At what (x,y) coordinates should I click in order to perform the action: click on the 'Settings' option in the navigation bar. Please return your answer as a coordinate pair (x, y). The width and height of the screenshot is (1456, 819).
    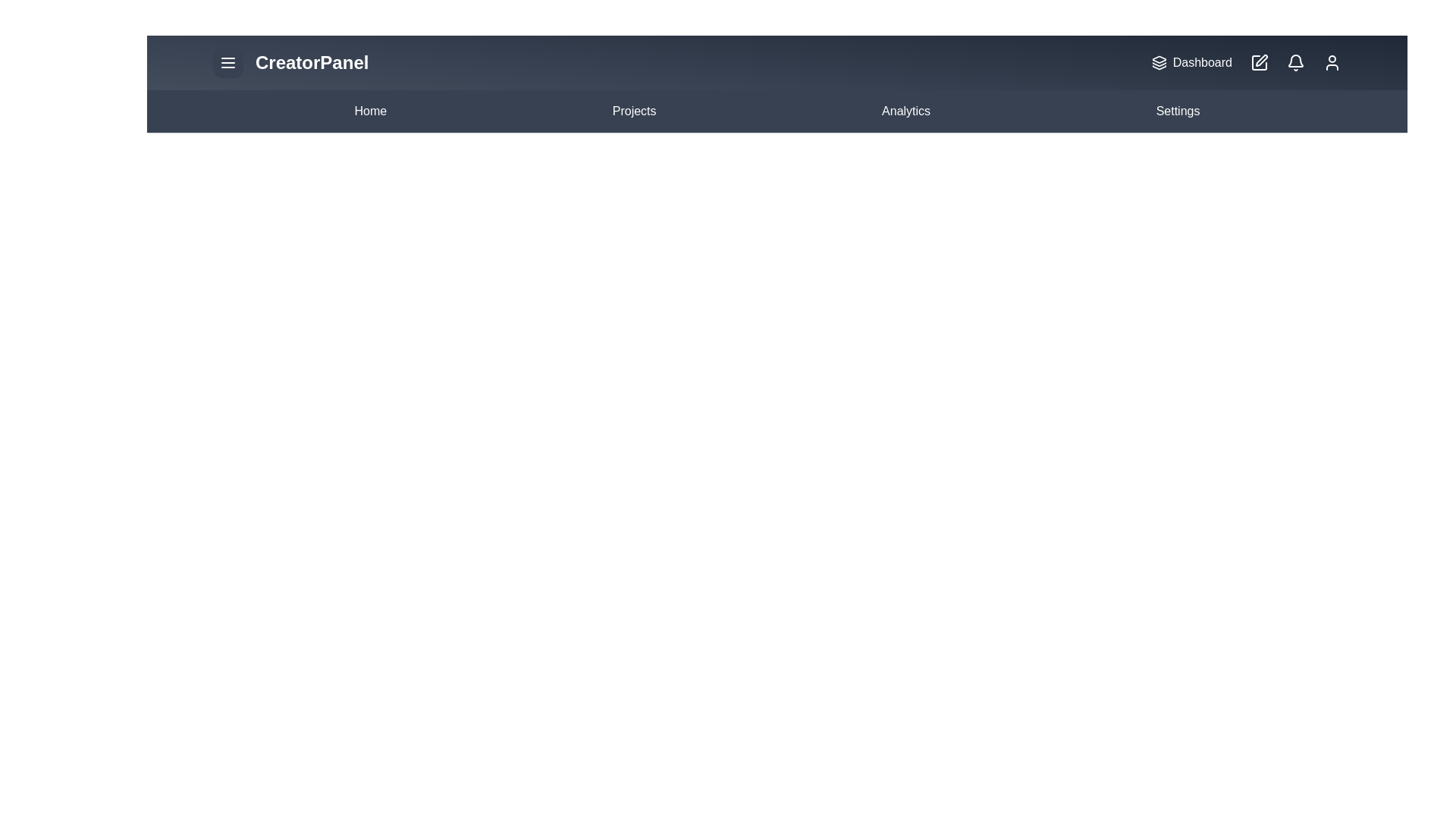
    Looking at the image, I should click on (1177, 110).